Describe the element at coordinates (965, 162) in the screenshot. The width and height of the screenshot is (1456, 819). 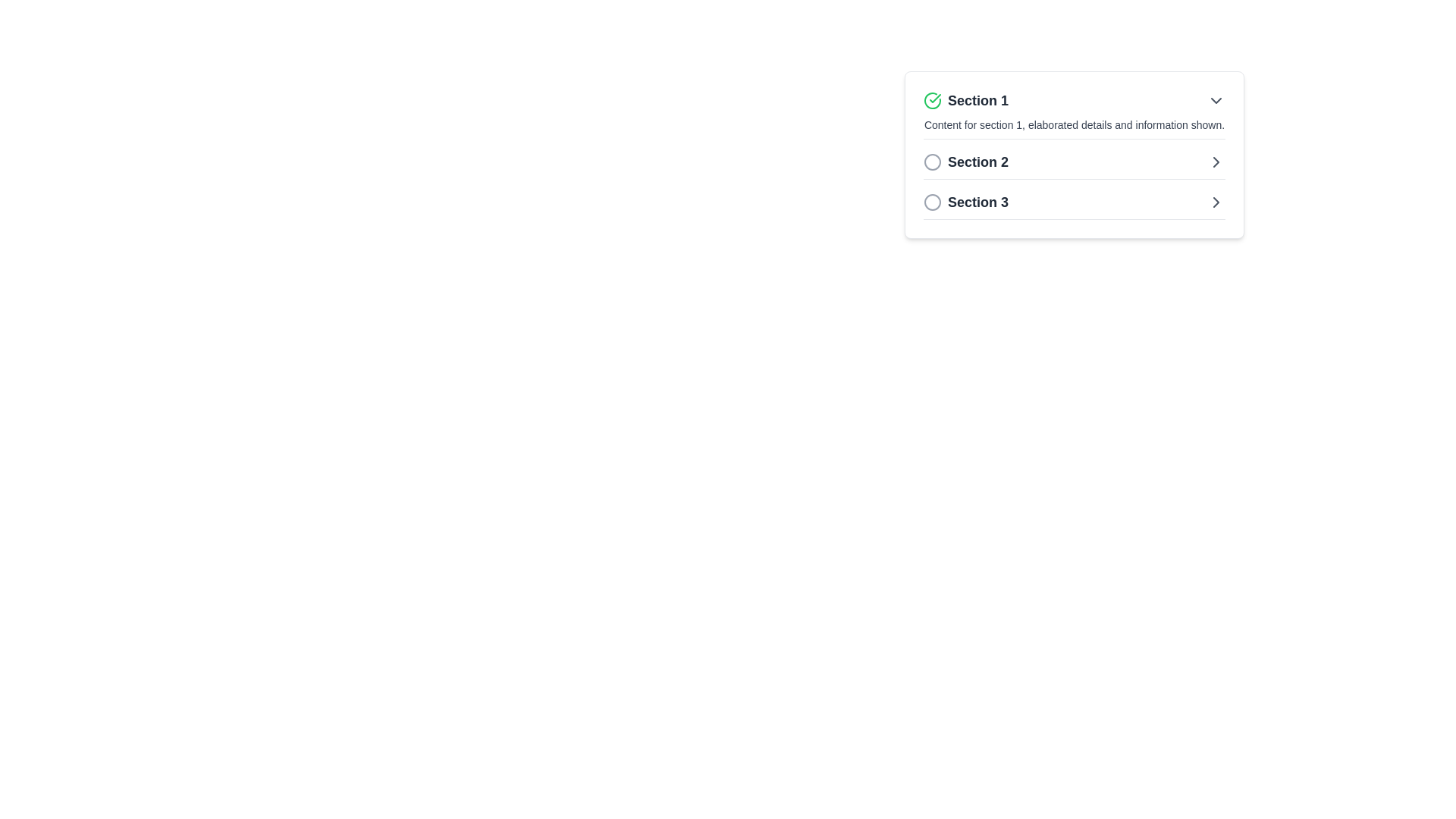
I see `the 'What this Text' header` at that location.